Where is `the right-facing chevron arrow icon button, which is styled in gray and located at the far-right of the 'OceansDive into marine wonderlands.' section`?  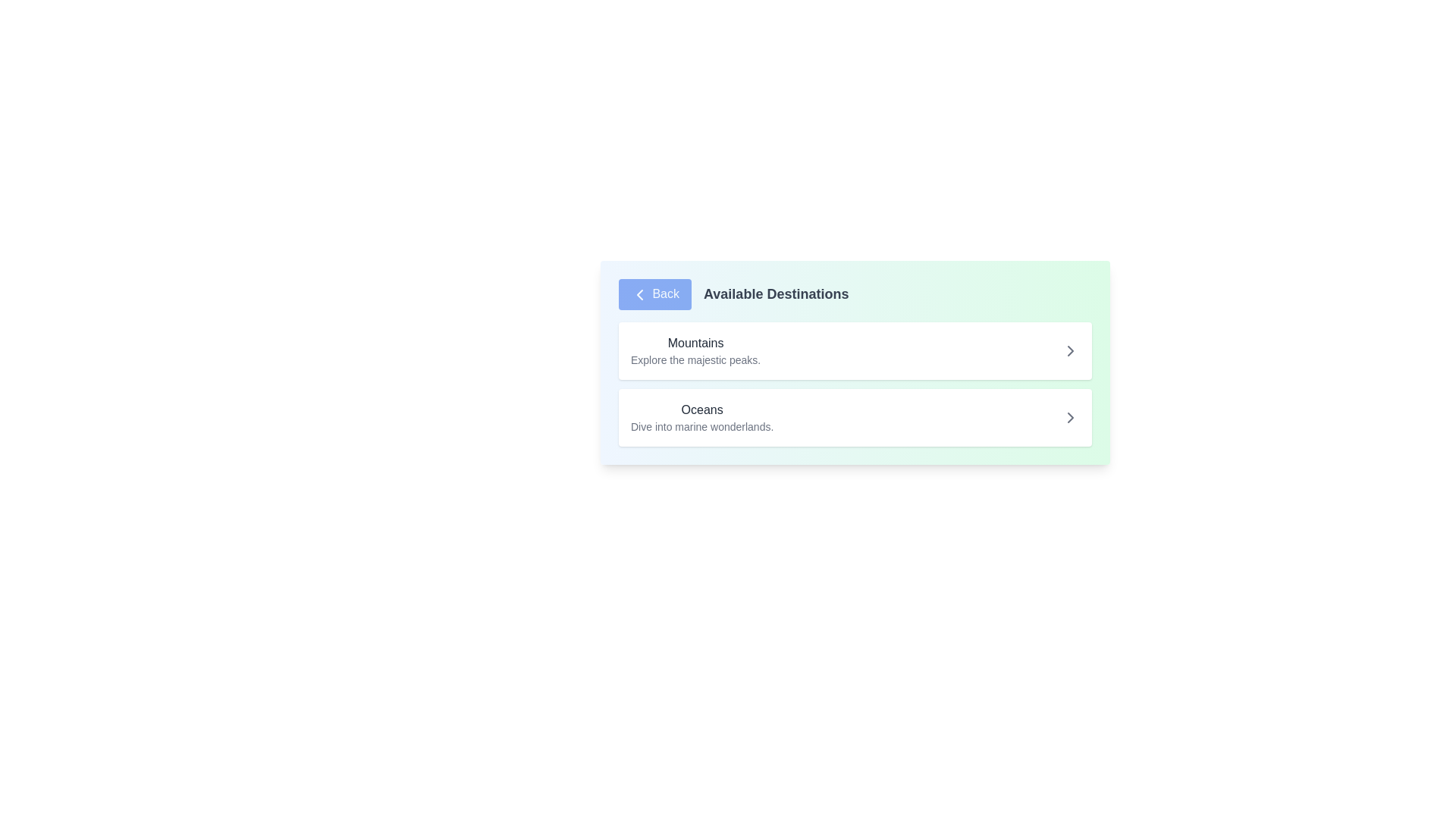 the right-facing chevron arrow icon button, which is styled in gray and located at the far-right of the 'OceansDive into marine wonderlands.' section is located at coordinates (1069, 417).